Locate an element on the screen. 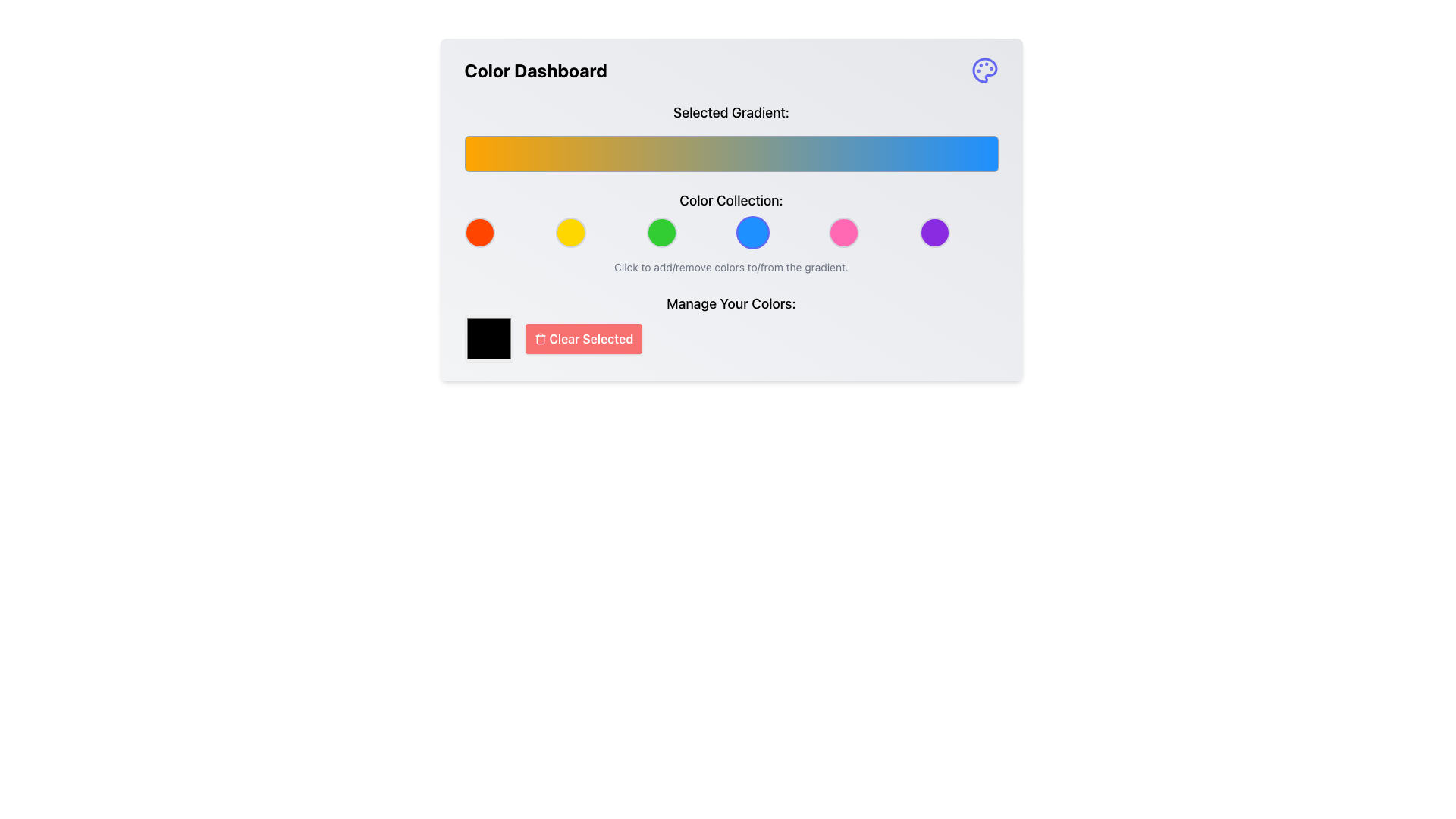 This screenshot has width=1456, height=819. the fourth circular button in the Color Collection grid to focus on it is located at coordinates (752, 233).